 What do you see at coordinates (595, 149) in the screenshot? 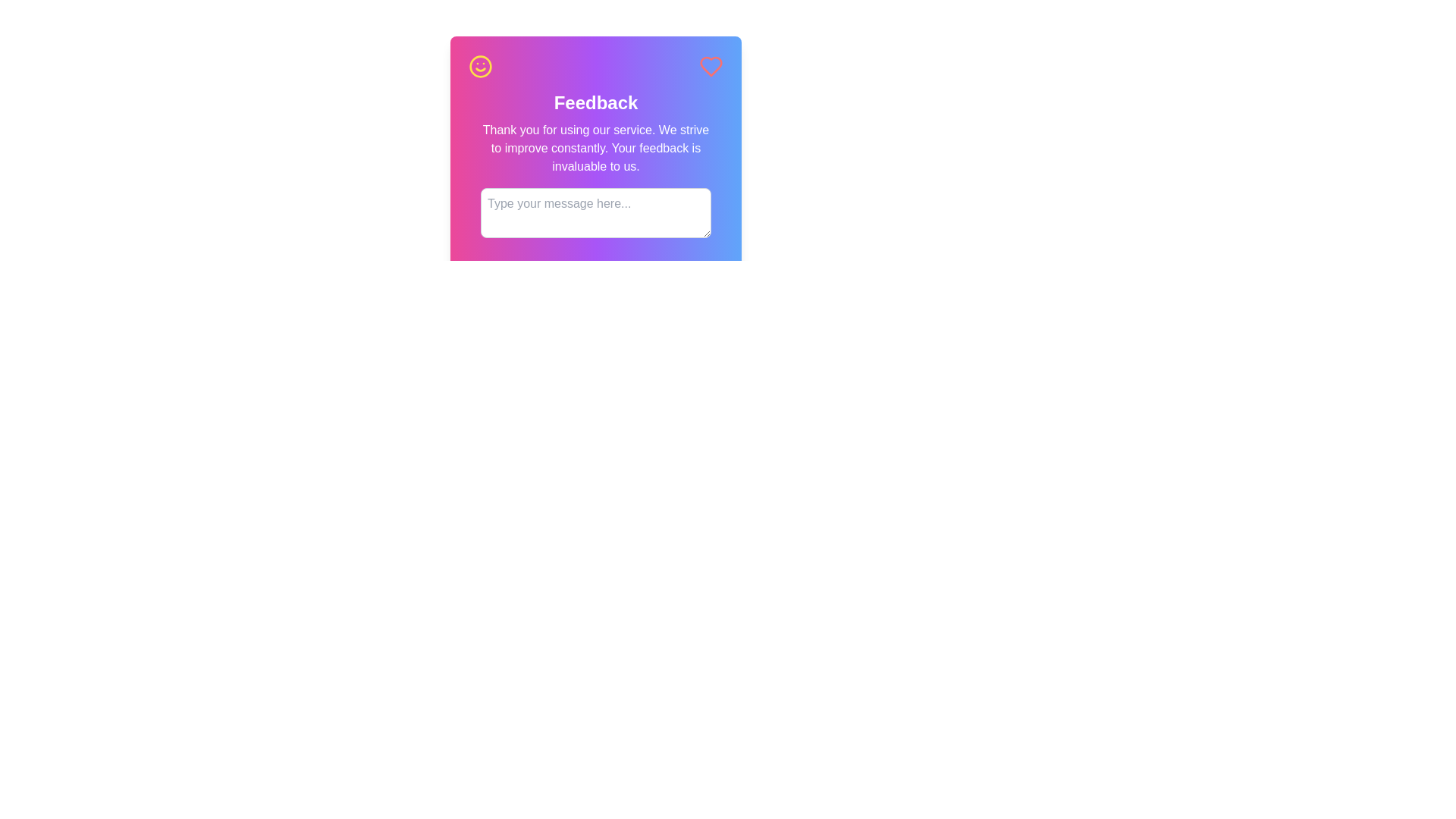
I see `the static text block that instructs users about the importance of their feedback, which is located beneath the title 'Feedback' and above the text input field` at bounding box center [595, 149].